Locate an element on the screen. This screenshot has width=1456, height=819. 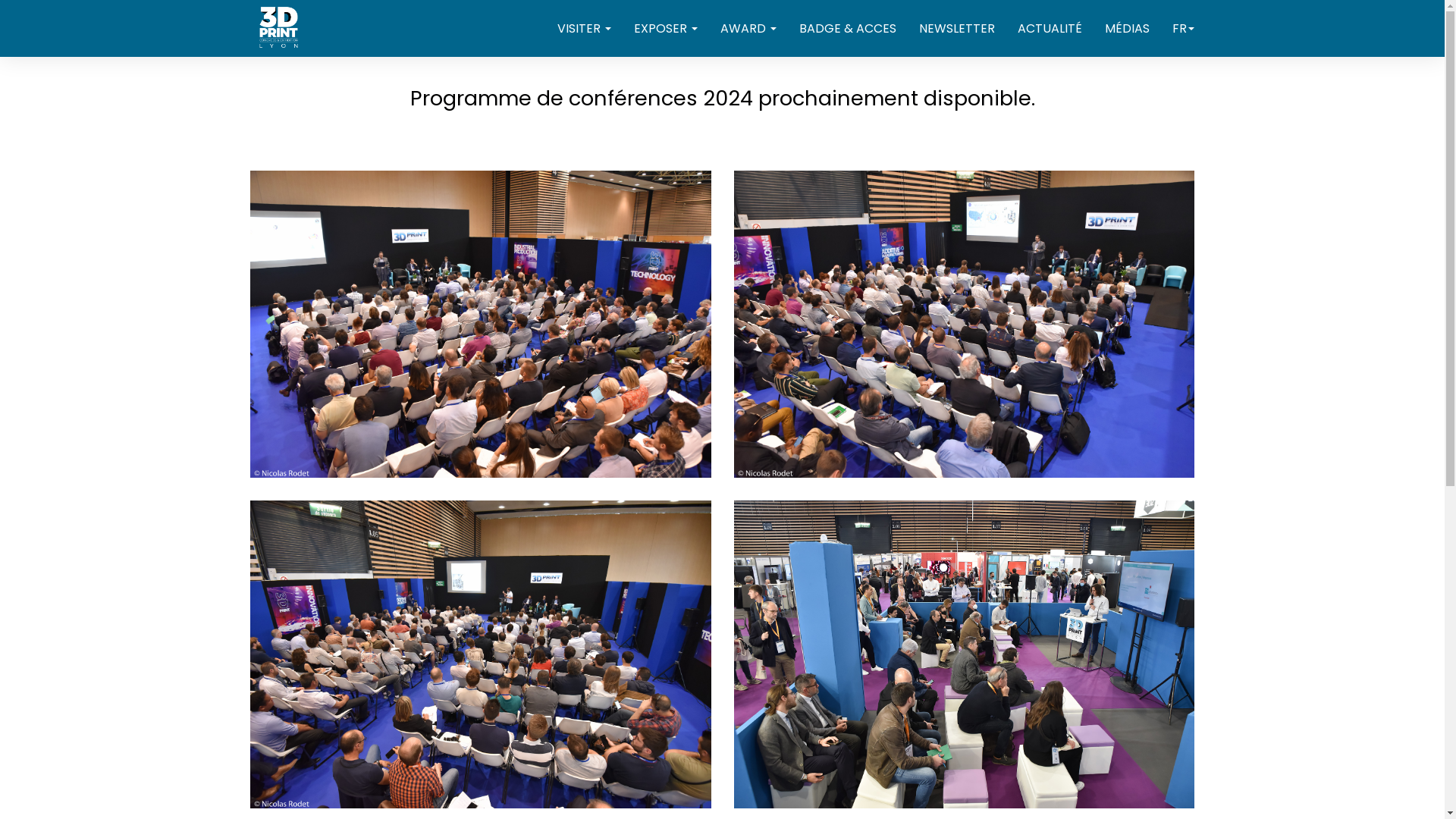
'AWARD' is located at coordinates (748, 29).